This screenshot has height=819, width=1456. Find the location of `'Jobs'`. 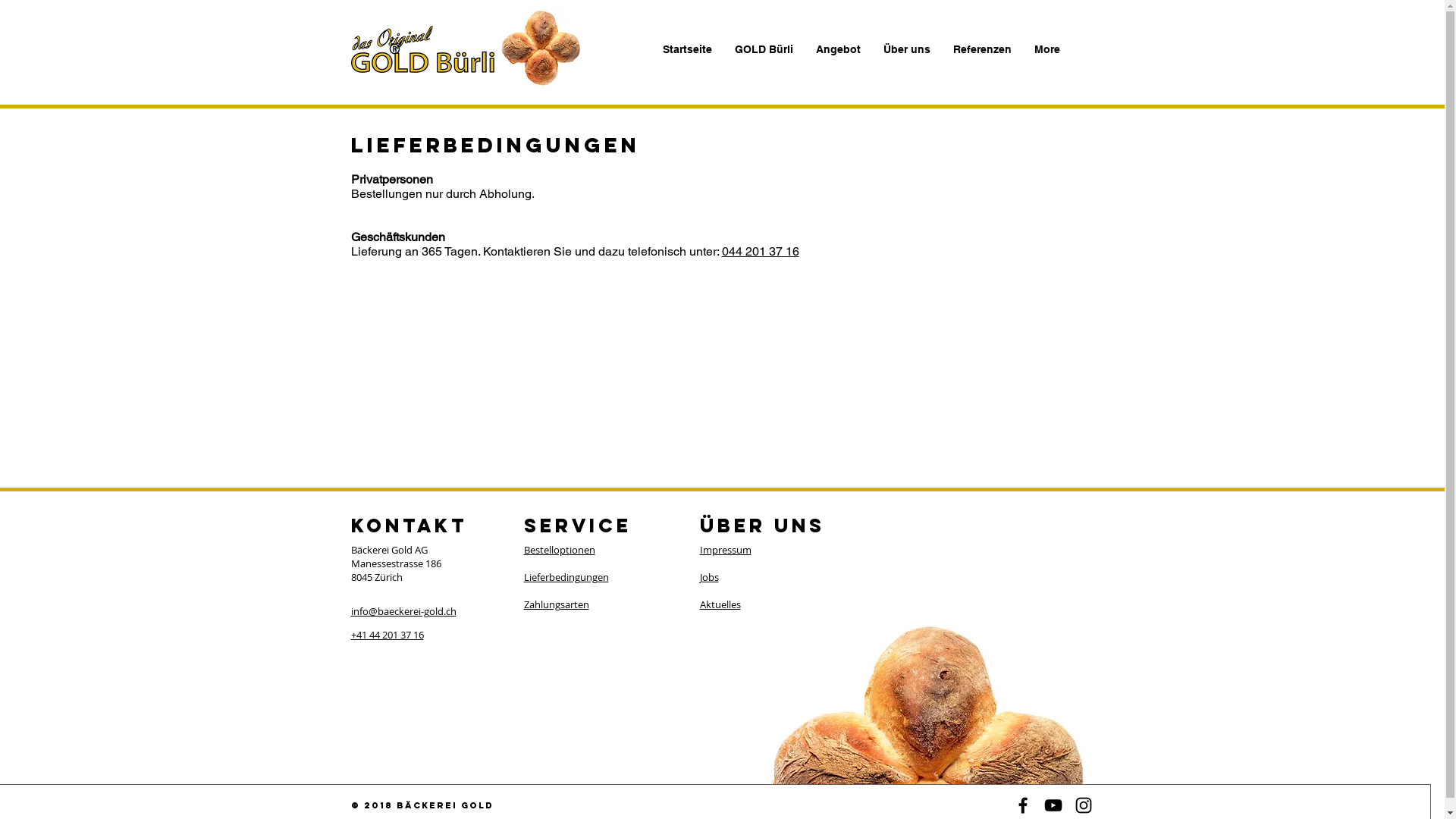

'Jobs' is located at coordinates (708, 576).